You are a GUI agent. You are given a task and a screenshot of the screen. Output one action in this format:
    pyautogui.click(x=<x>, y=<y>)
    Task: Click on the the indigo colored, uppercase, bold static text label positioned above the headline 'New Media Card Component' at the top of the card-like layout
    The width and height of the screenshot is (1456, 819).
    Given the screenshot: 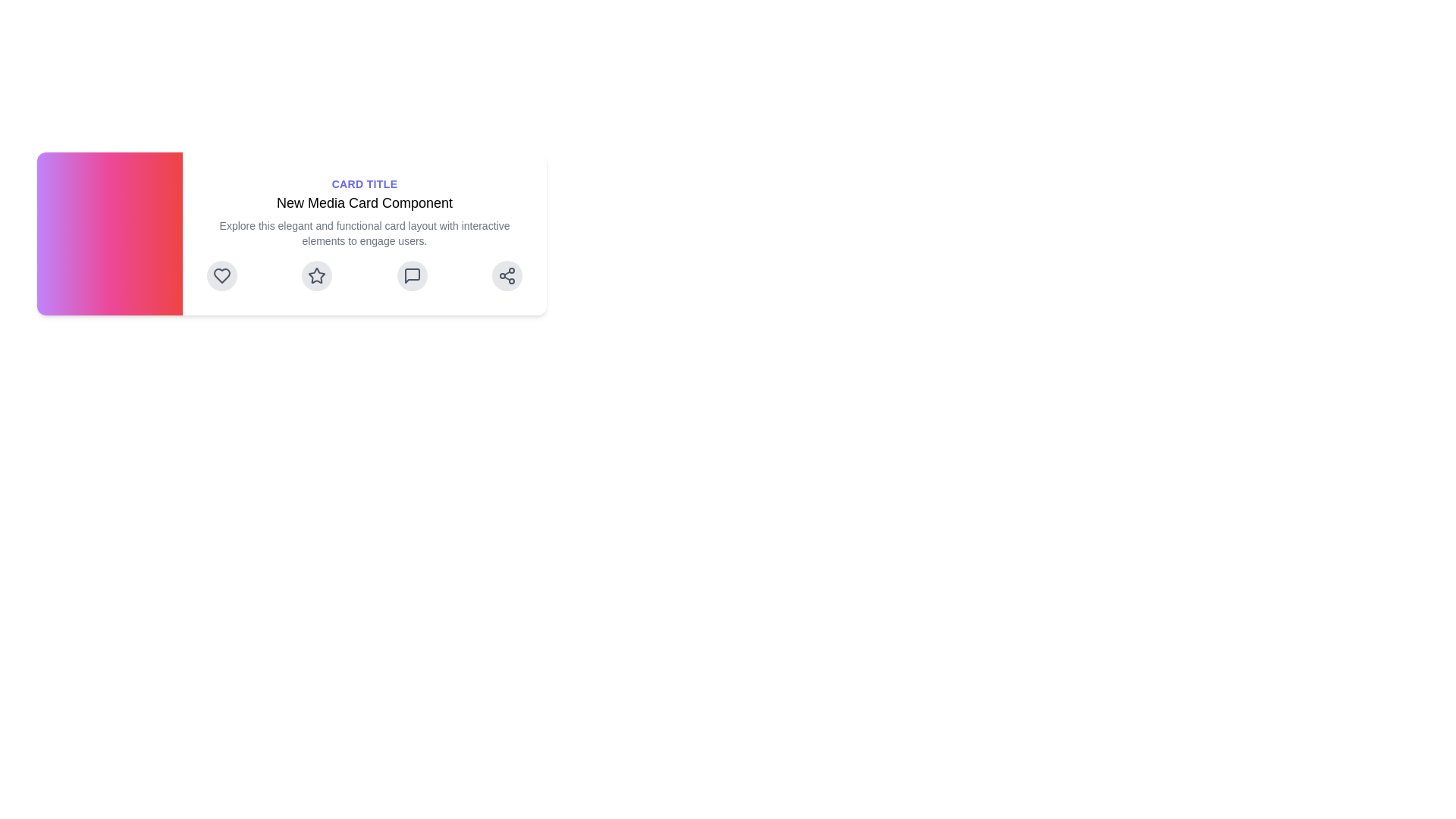 What is the action you would take?
    pyautogui.click(x=364, y=184)
    